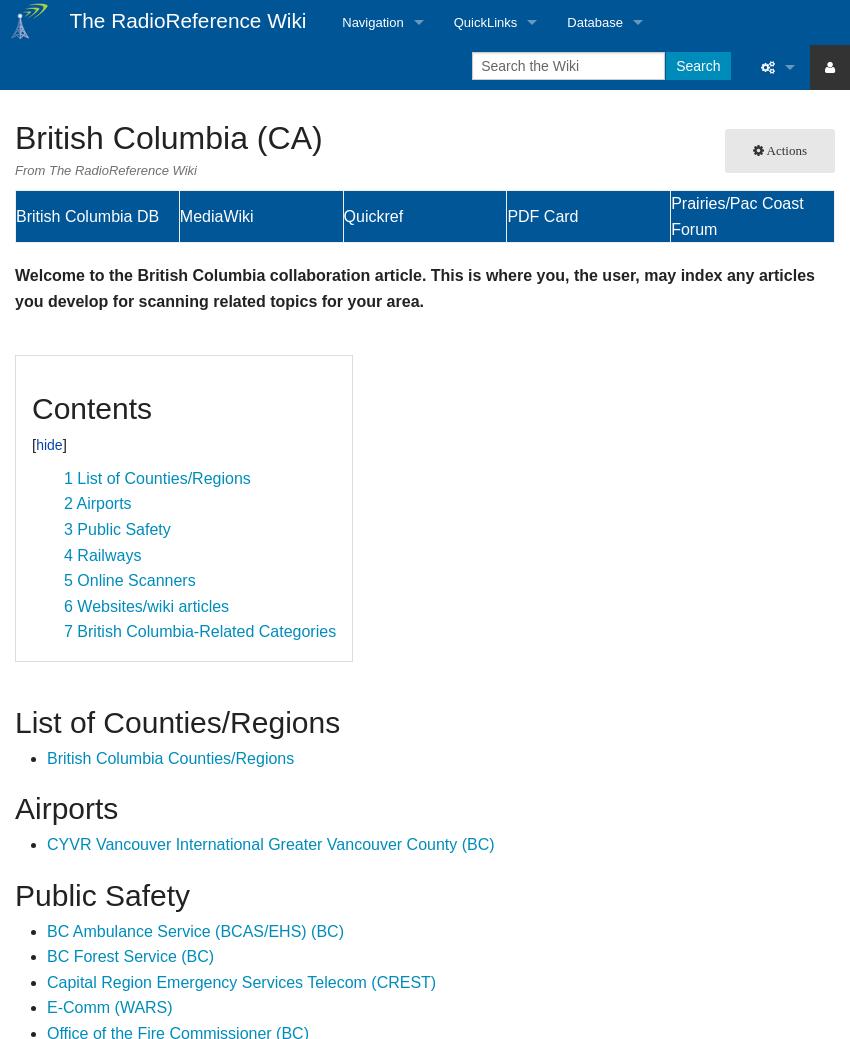 The image size is (850, 1039). What do you see at coordinates (371, 216) in the screenshot?
I see `'Quickref'` at bounding box center [371, 216].